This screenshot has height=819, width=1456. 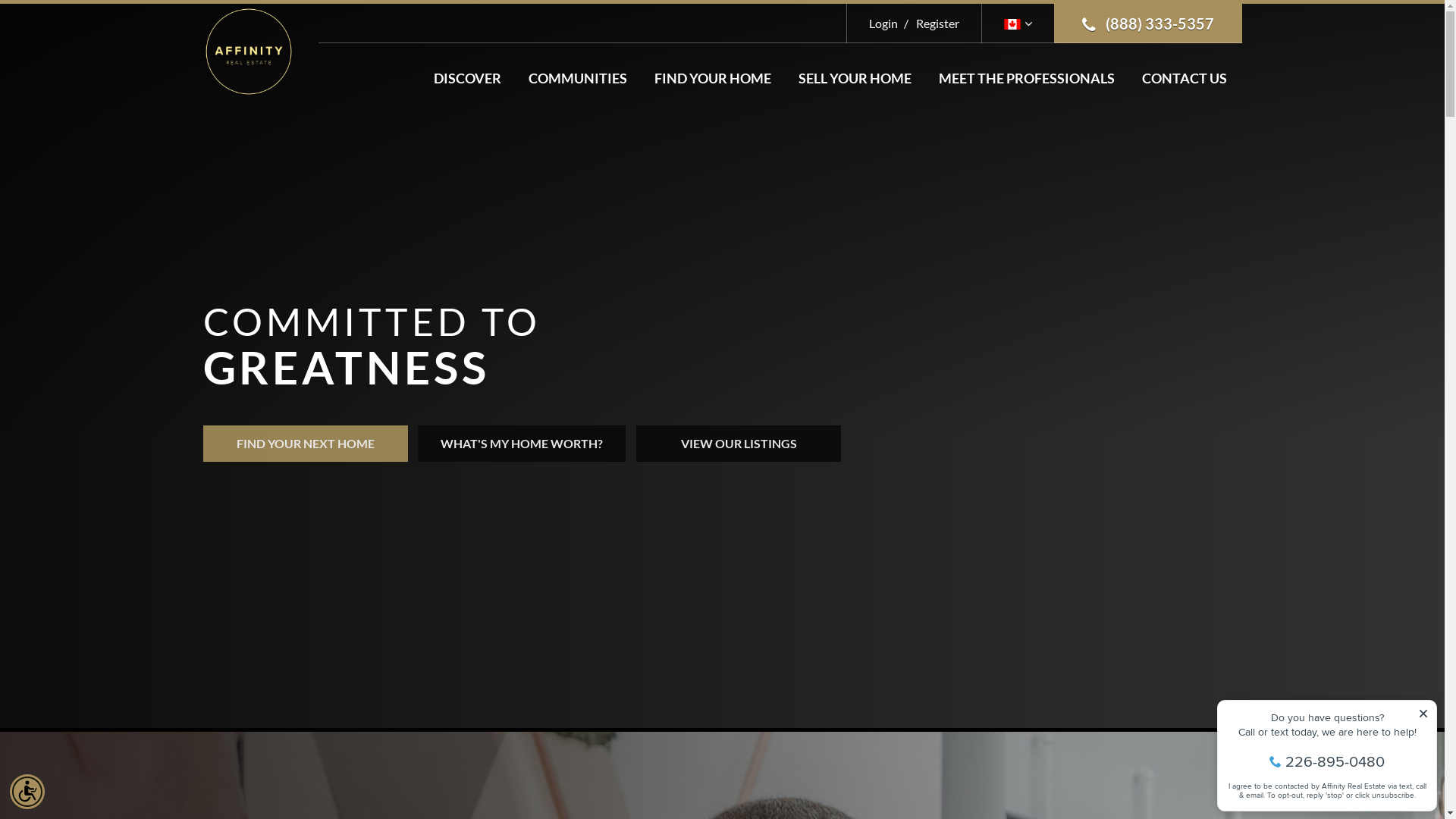 What do you see at coordinates (419, 78) in the screenshot?
I see `'DISCOVER'` at bounding box center [419, 78].